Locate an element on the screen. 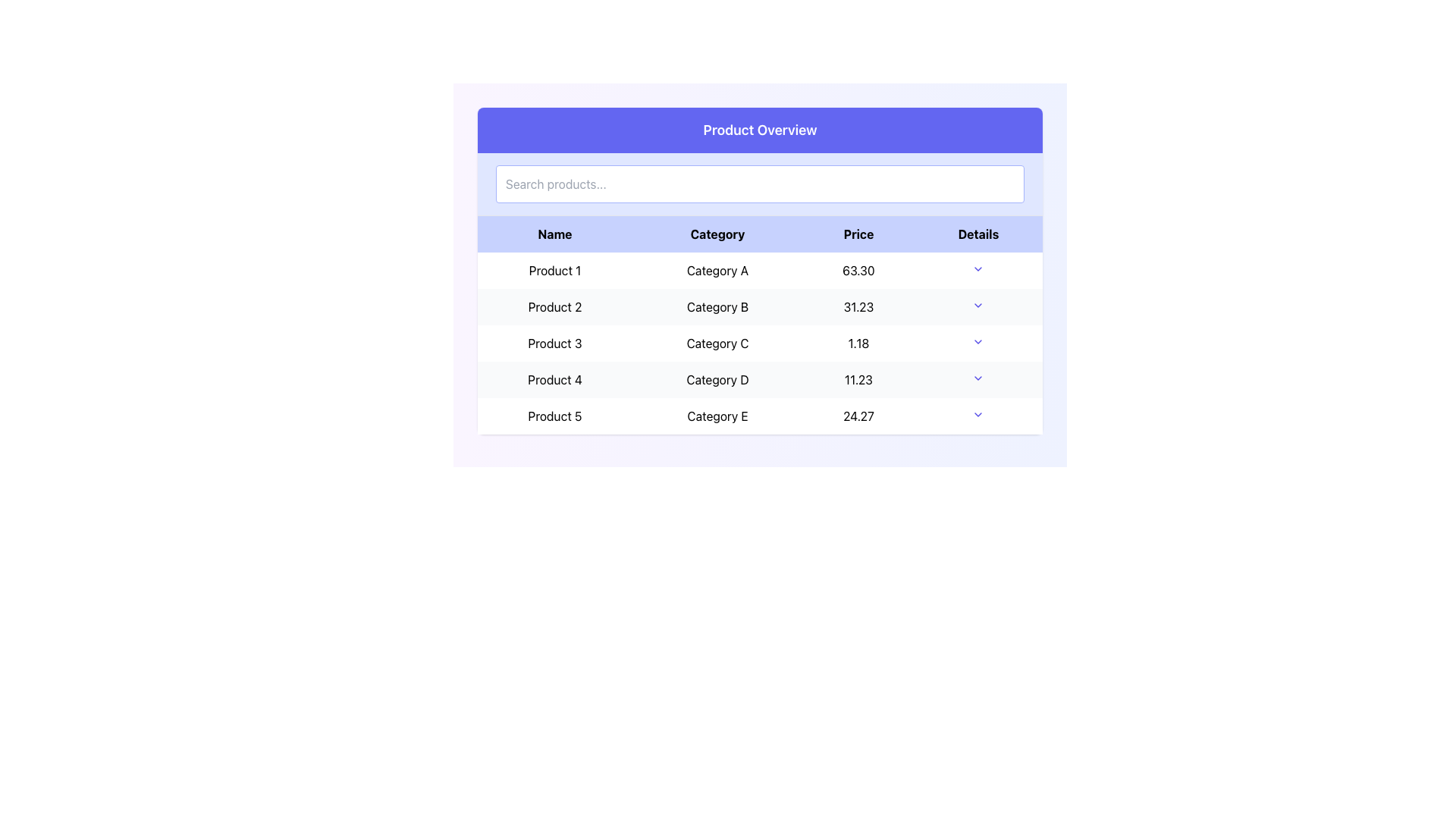 The width and height of the screenshot is (1456, 819). the non-interactive text label displaying the name 'Product 5', located in the leftmost column of the fifth row of the table is located at coordinates (554, 416).